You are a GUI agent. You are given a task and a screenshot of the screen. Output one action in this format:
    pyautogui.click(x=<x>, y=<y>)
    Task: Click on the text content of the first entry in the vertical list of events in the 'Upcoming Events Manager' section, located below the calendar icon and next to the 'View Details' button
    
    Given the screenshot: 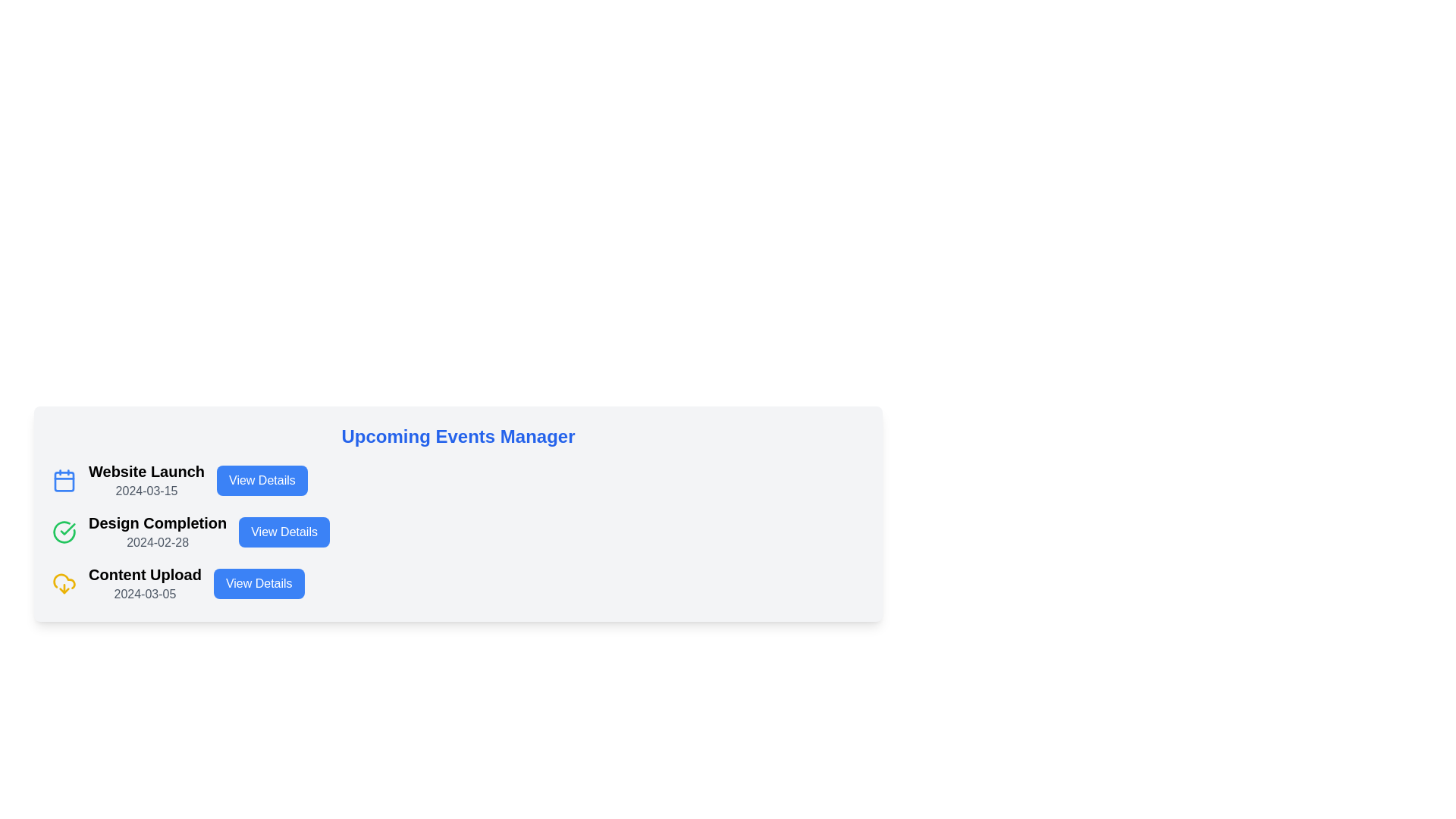 What is the action you would take?
    pyautogui.click(x=146, y=480)
    